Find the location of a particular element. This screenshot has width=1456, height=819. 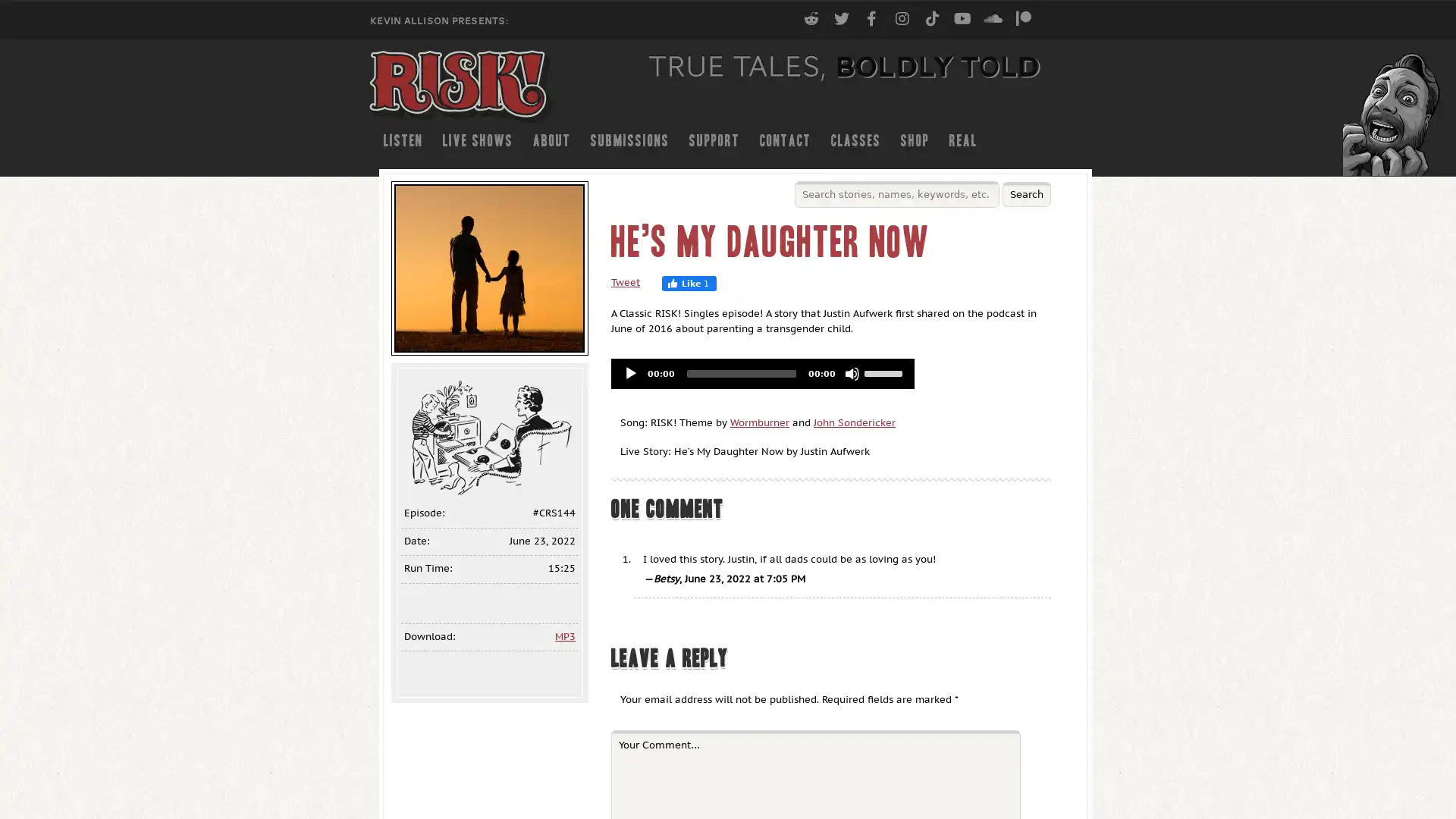

Search is located at coordinates (1026, 193).